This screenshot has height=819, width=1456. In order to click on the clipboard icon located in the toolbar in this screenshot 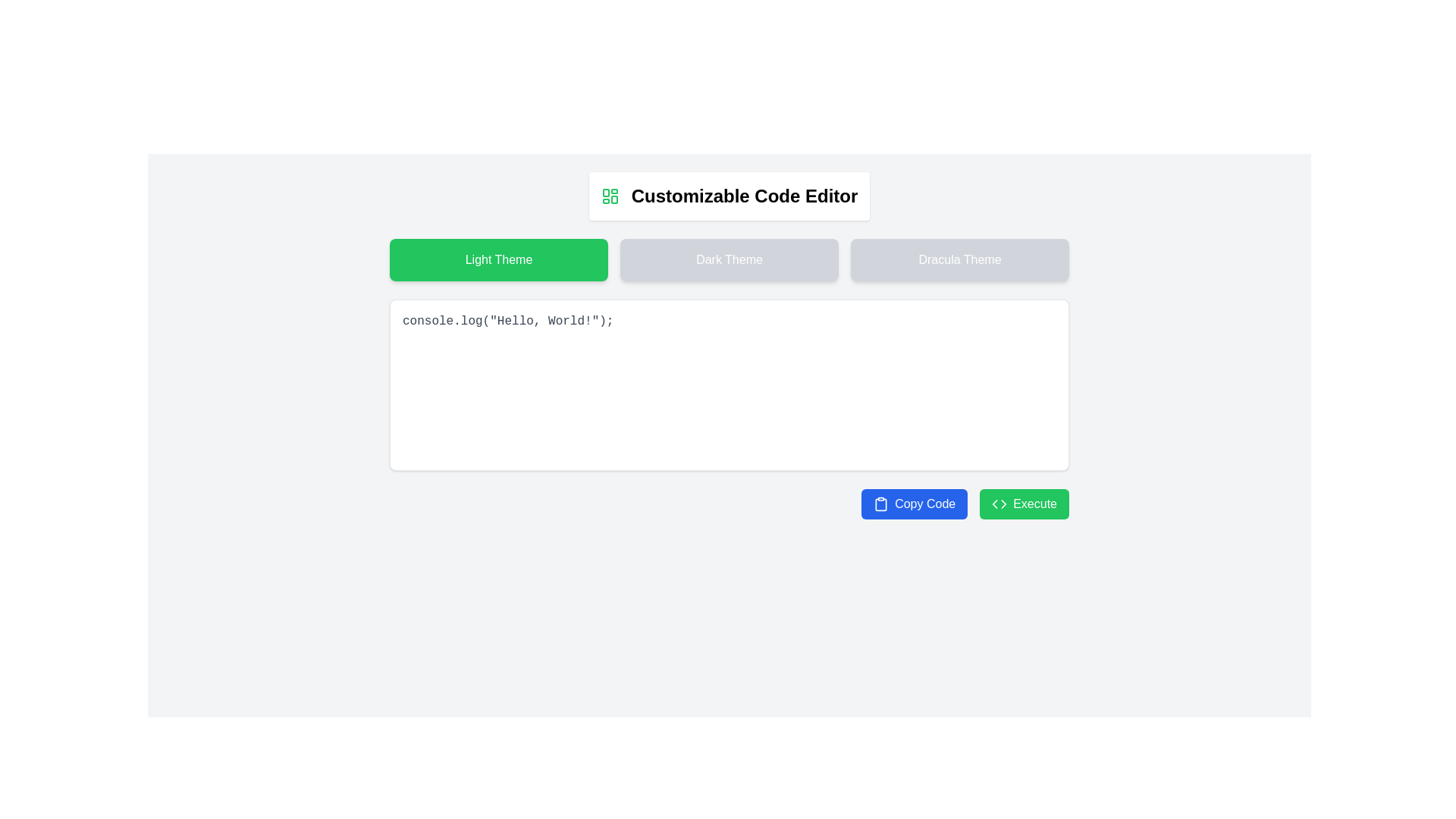, I will do `click(881, 504)`.